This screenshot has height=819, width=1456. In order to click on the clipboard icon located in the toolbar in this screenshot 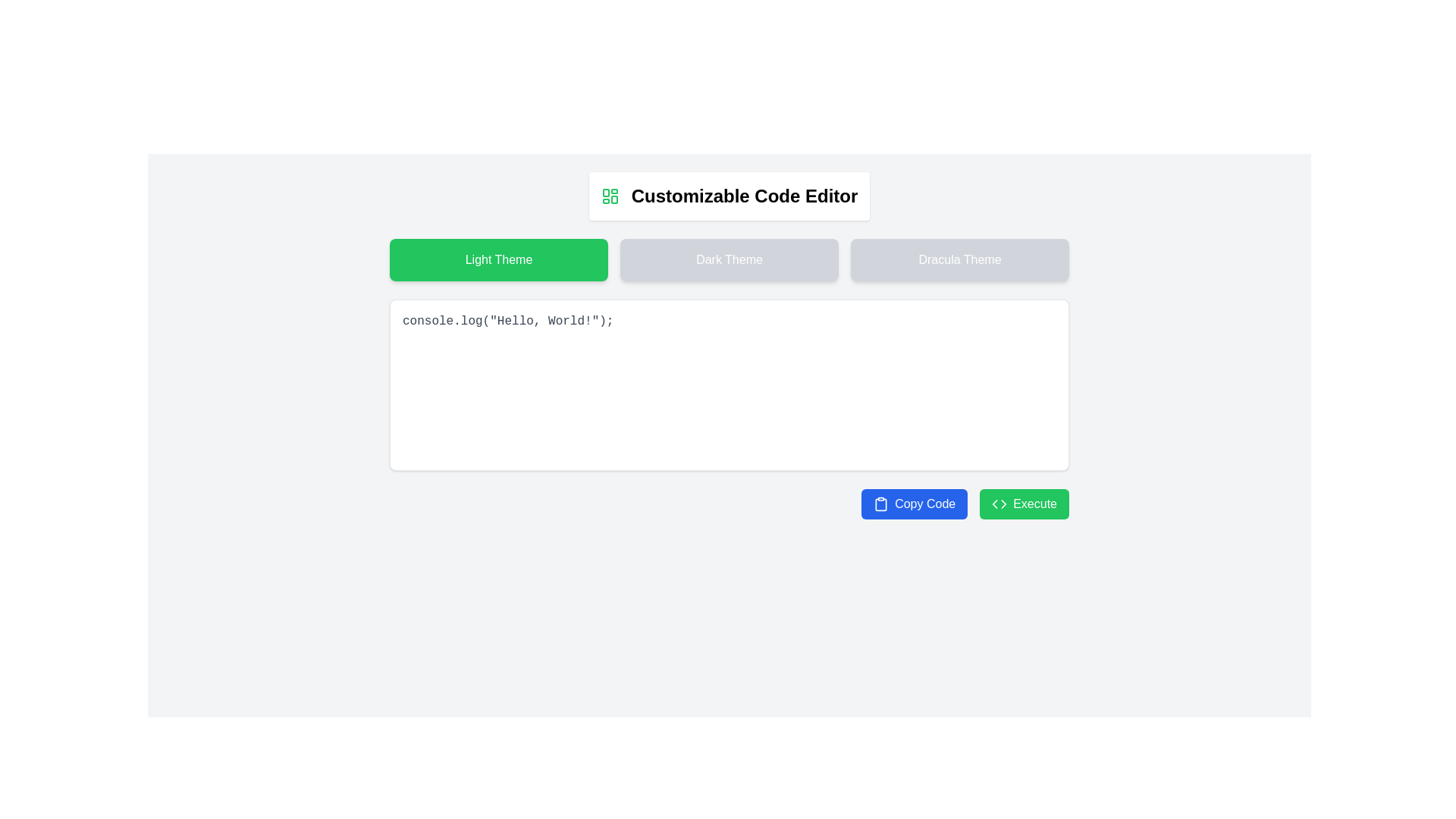, I will do `click(881, 504)`.